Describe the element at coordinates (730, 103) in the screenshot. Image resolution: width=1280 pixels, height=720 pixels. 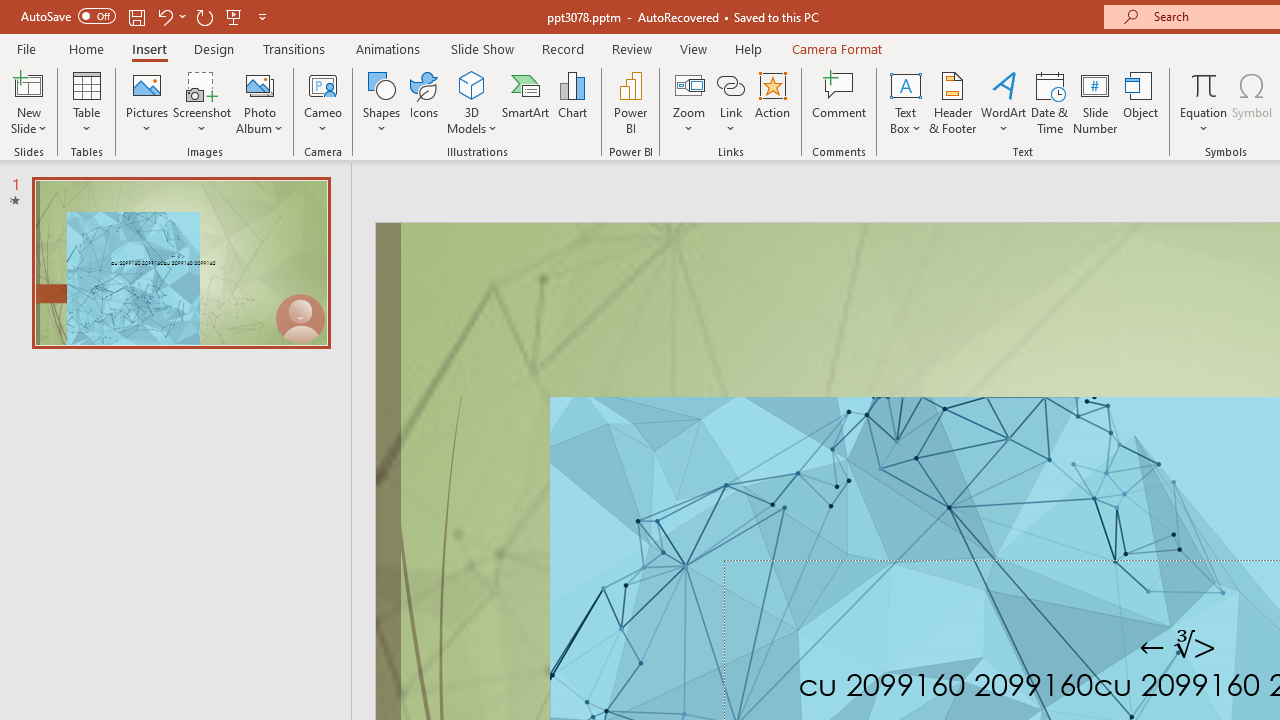
I see `'Link'` at that location.